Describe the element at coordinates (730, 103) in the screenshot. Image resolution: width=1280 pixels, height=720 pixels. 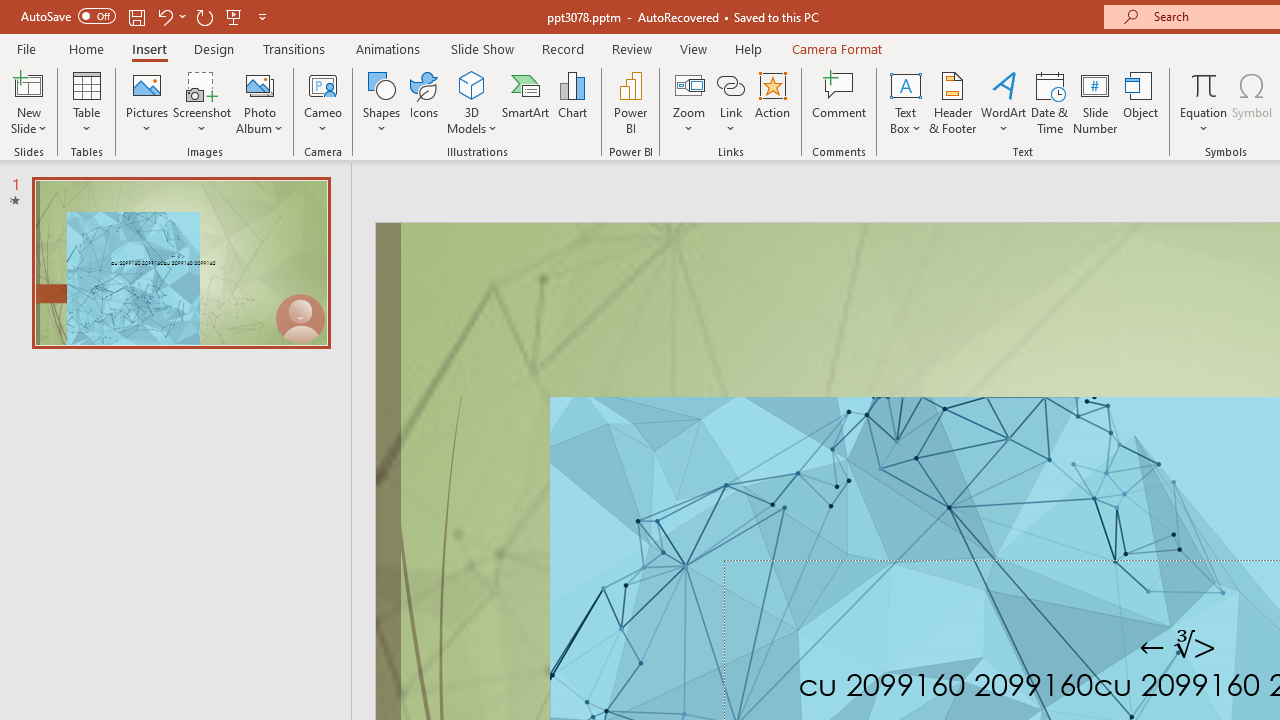
I see `'Link'` at that location.